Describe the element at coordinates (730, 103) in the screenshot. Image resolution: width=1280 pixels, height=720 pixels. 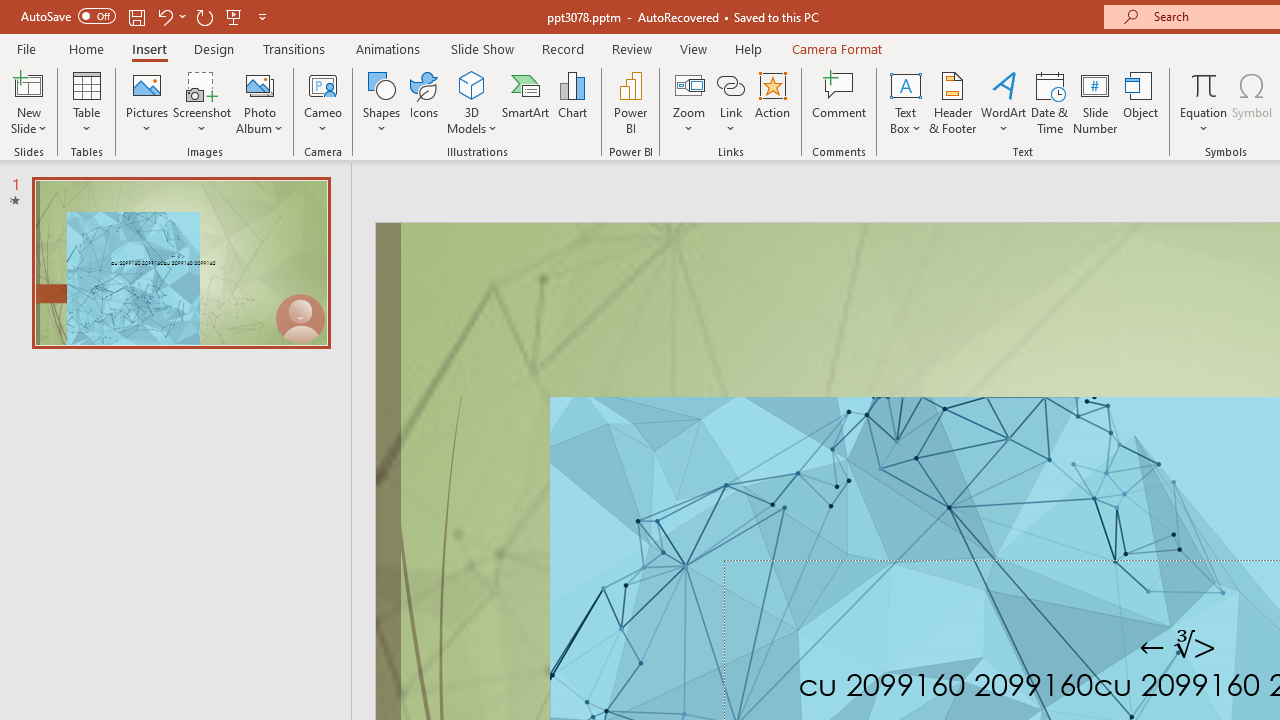
I see `'Link'` at that location.